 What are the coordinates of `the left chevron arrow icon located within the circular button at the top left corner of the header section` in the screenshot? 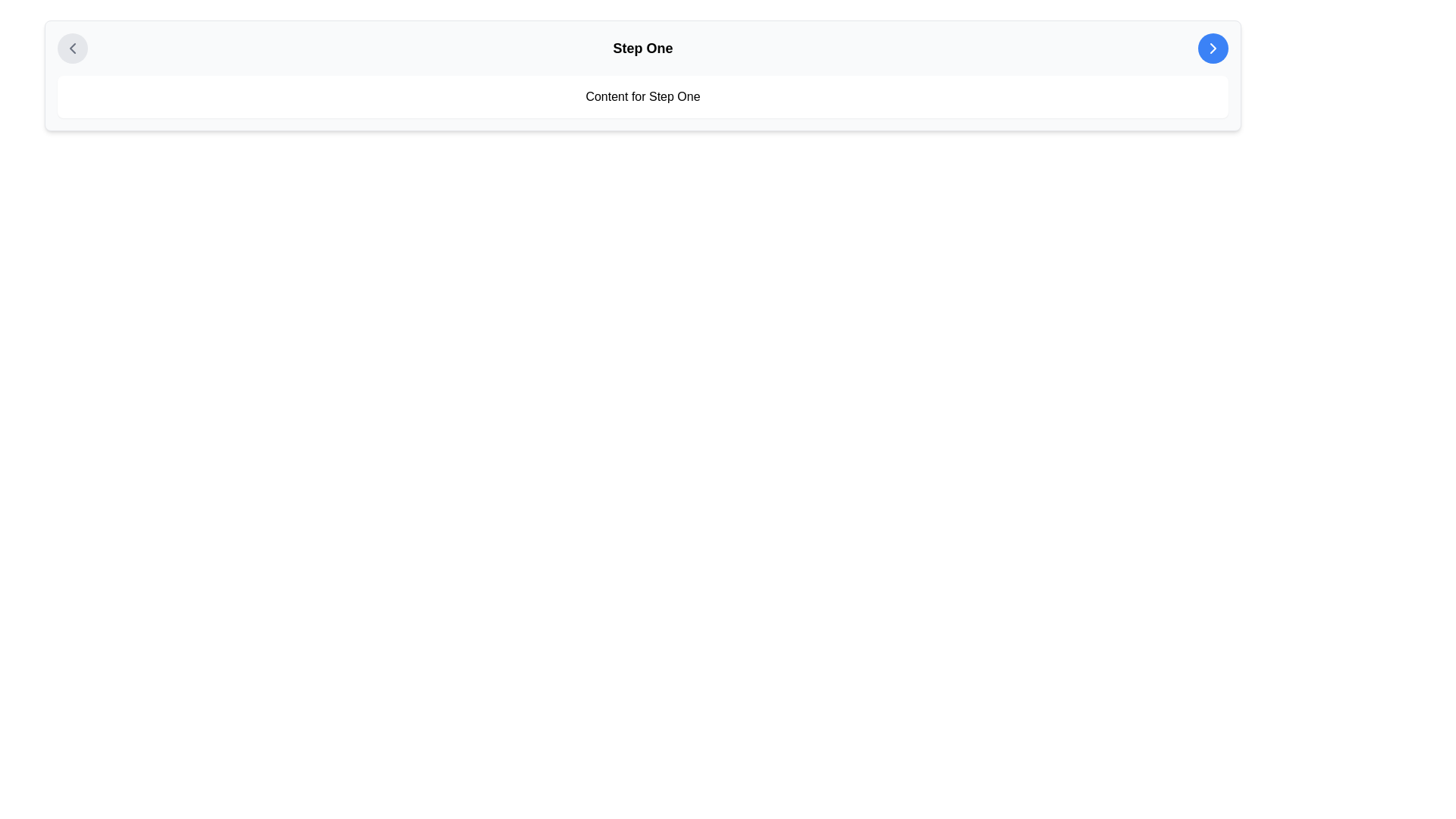 It's located at (72, 48).